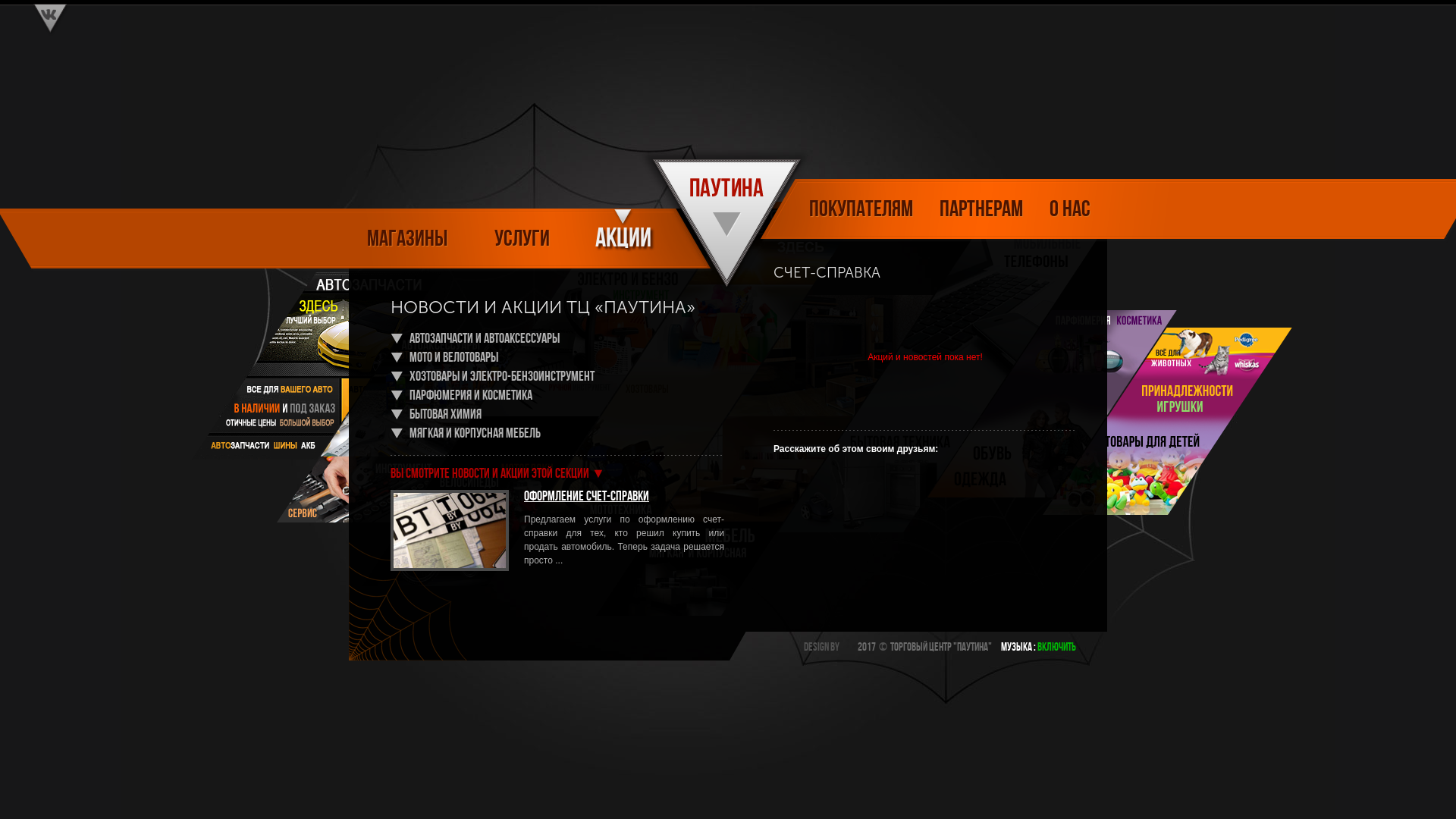 This screenshot has width=1456, height=819. I want to click on 'Design by', so click(821, 648).